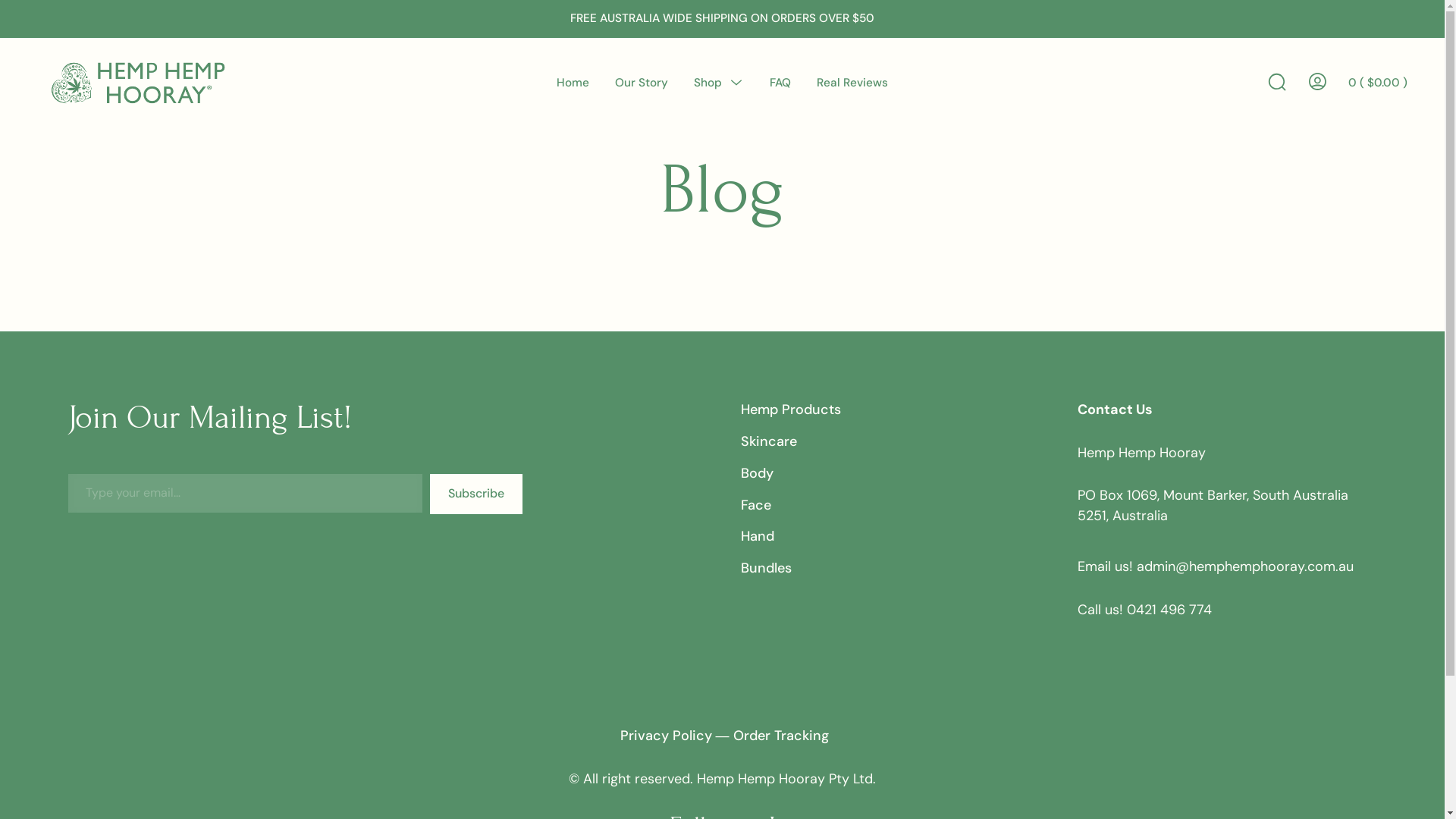 The height and width of the screenshot is (819, 1456). I want to click on 'Search', so click(1263, 81).